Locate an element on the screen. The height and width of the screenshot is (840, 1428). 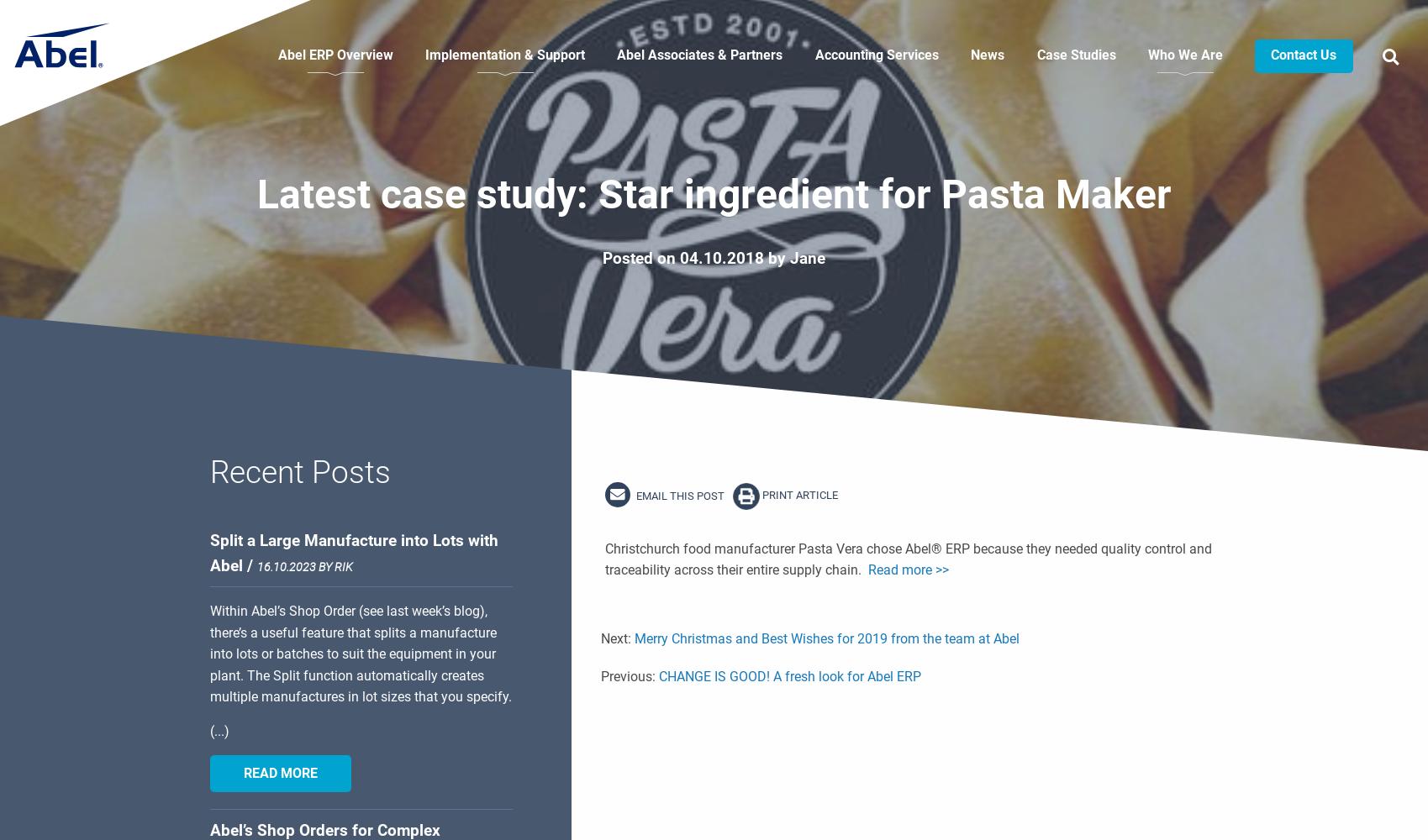
'Accounting Services' is located at coordinates (875, 54).